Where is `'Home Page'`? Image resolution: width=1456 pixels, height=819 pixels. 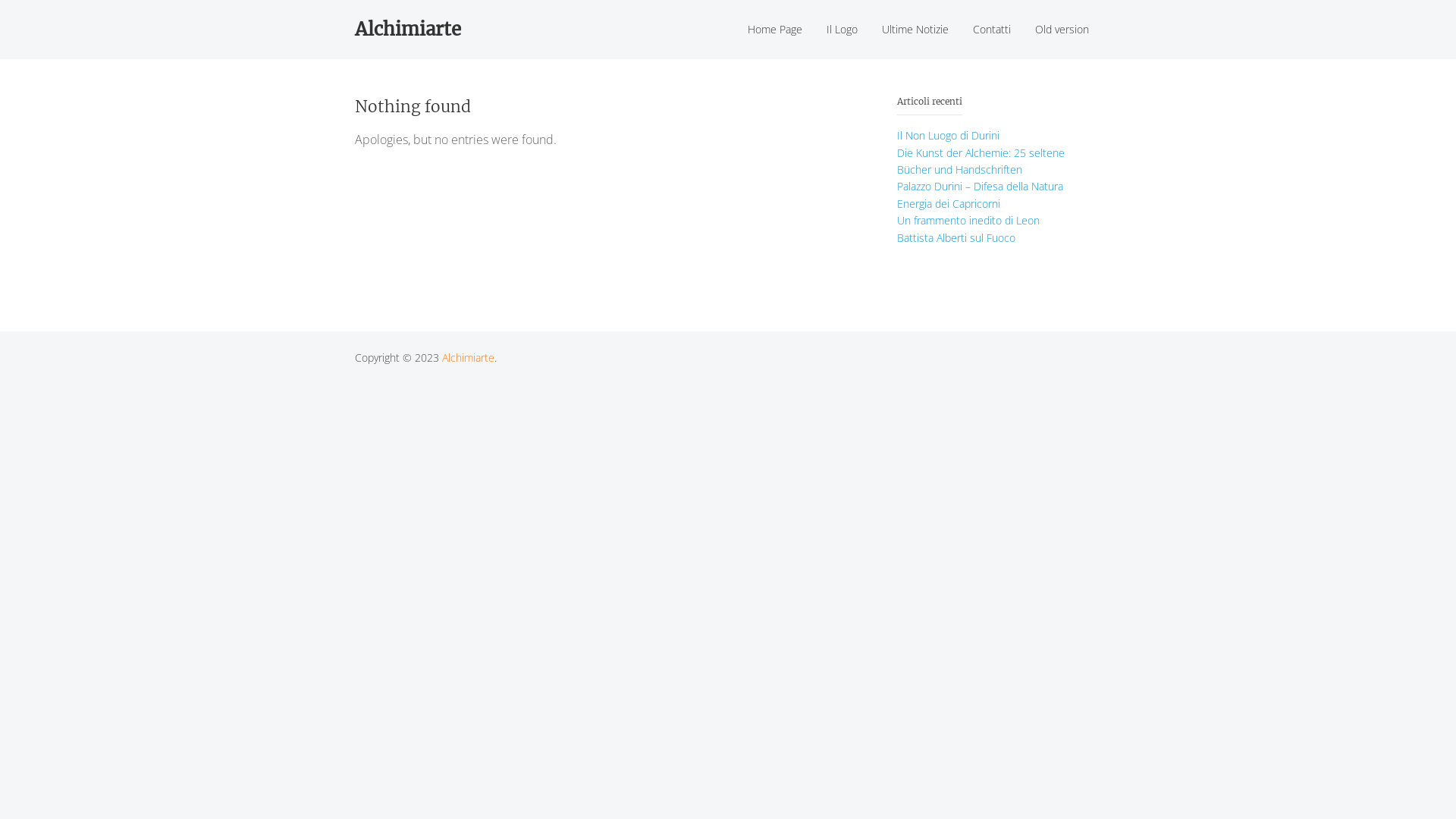
'Home Page' is located at coordinates (775, 29).